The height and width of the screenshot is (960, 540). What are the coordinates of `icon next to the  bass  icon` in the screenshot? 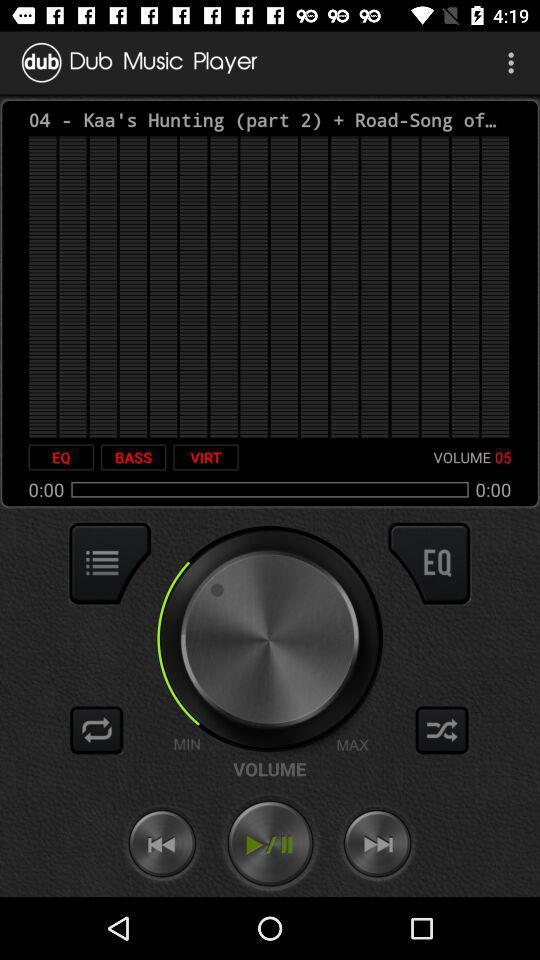 It's located at (205, 457).